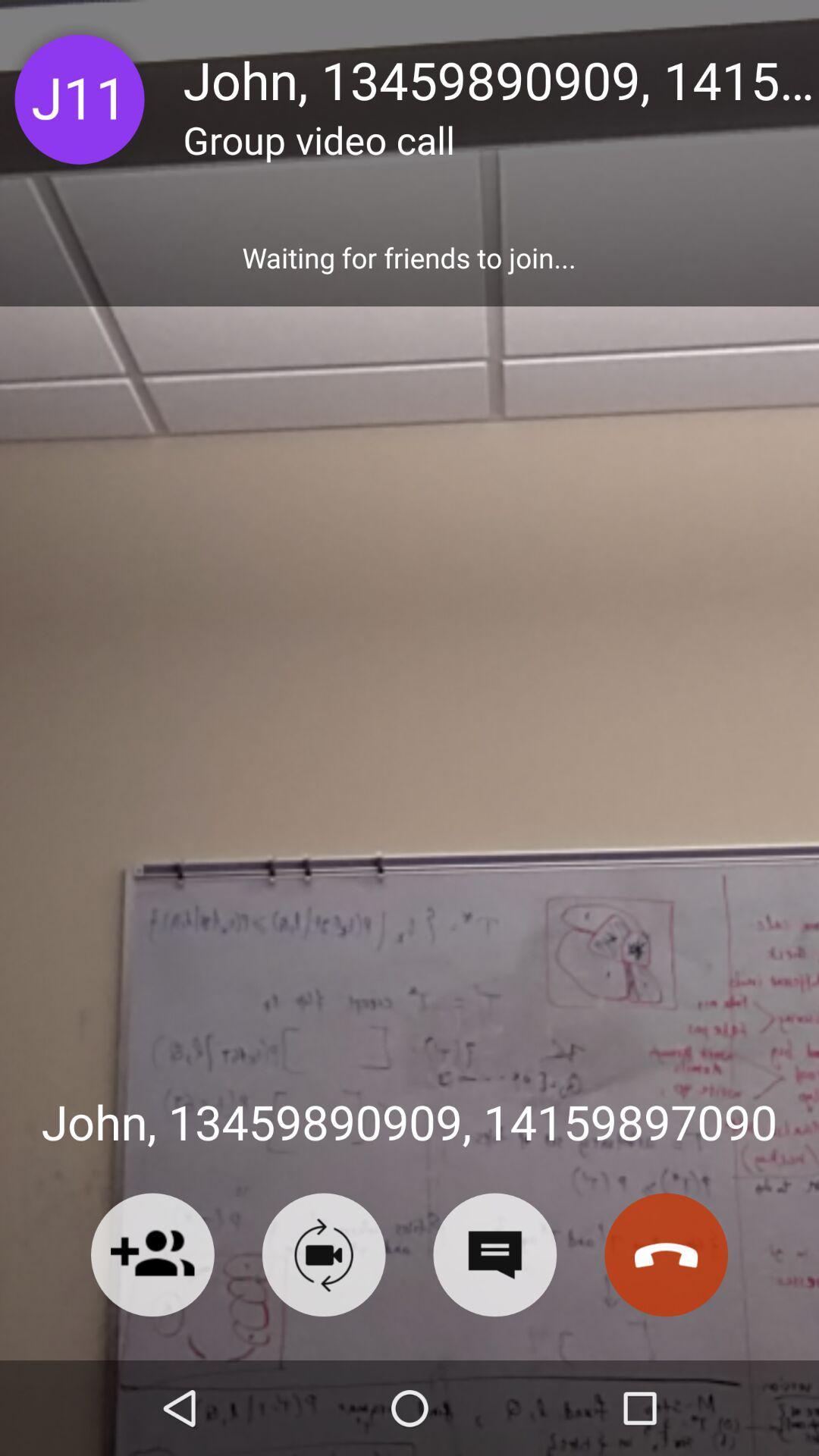 The width and height of the screenshot is (819, 1456). What do you see at coordinates (494, 1254) in the screenshot?
I see `the chat icon` at bounding box center [494, 1254].